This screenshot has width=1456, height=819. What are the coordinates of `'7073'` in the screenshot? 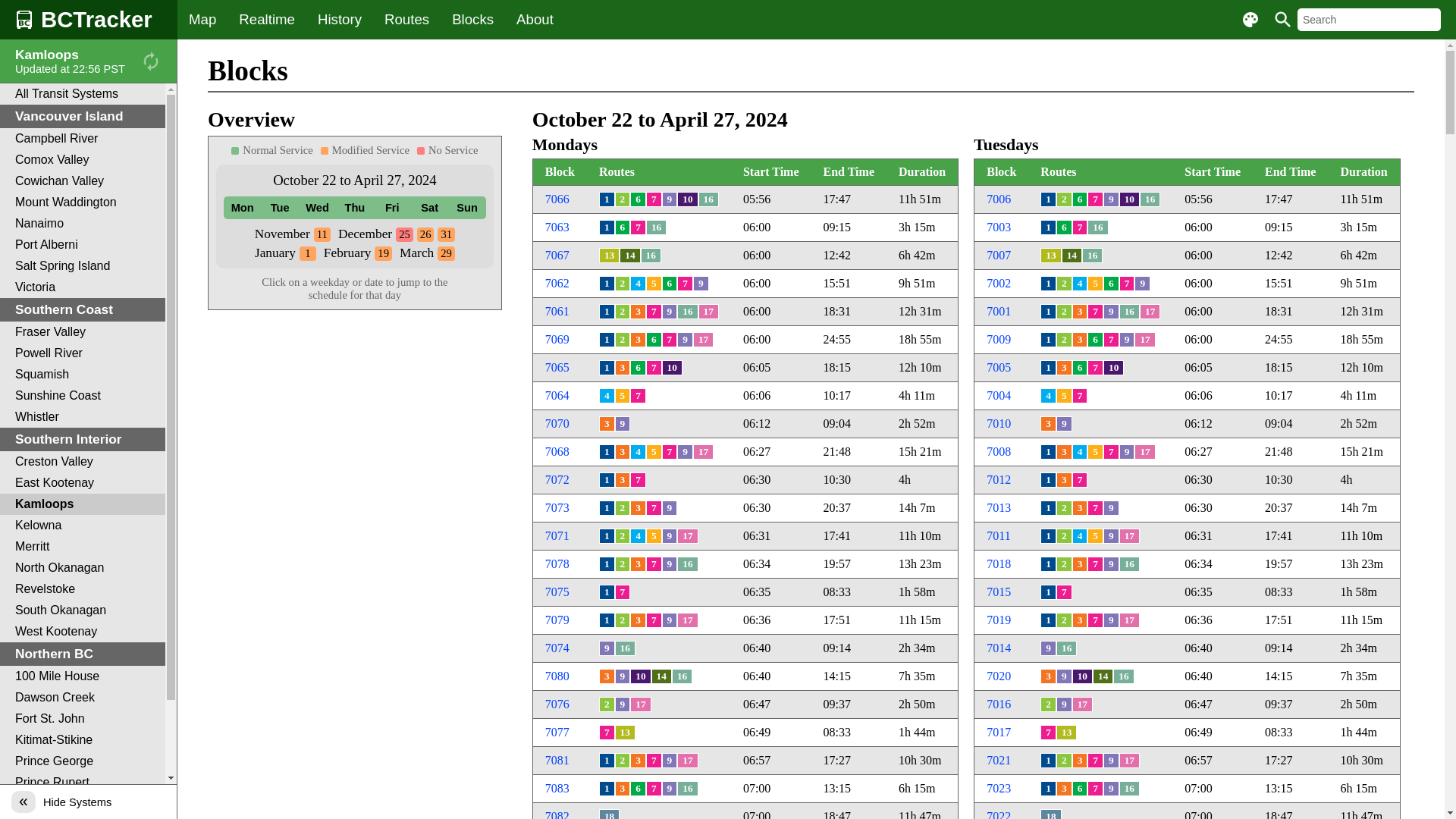 It's located at (556, 507).